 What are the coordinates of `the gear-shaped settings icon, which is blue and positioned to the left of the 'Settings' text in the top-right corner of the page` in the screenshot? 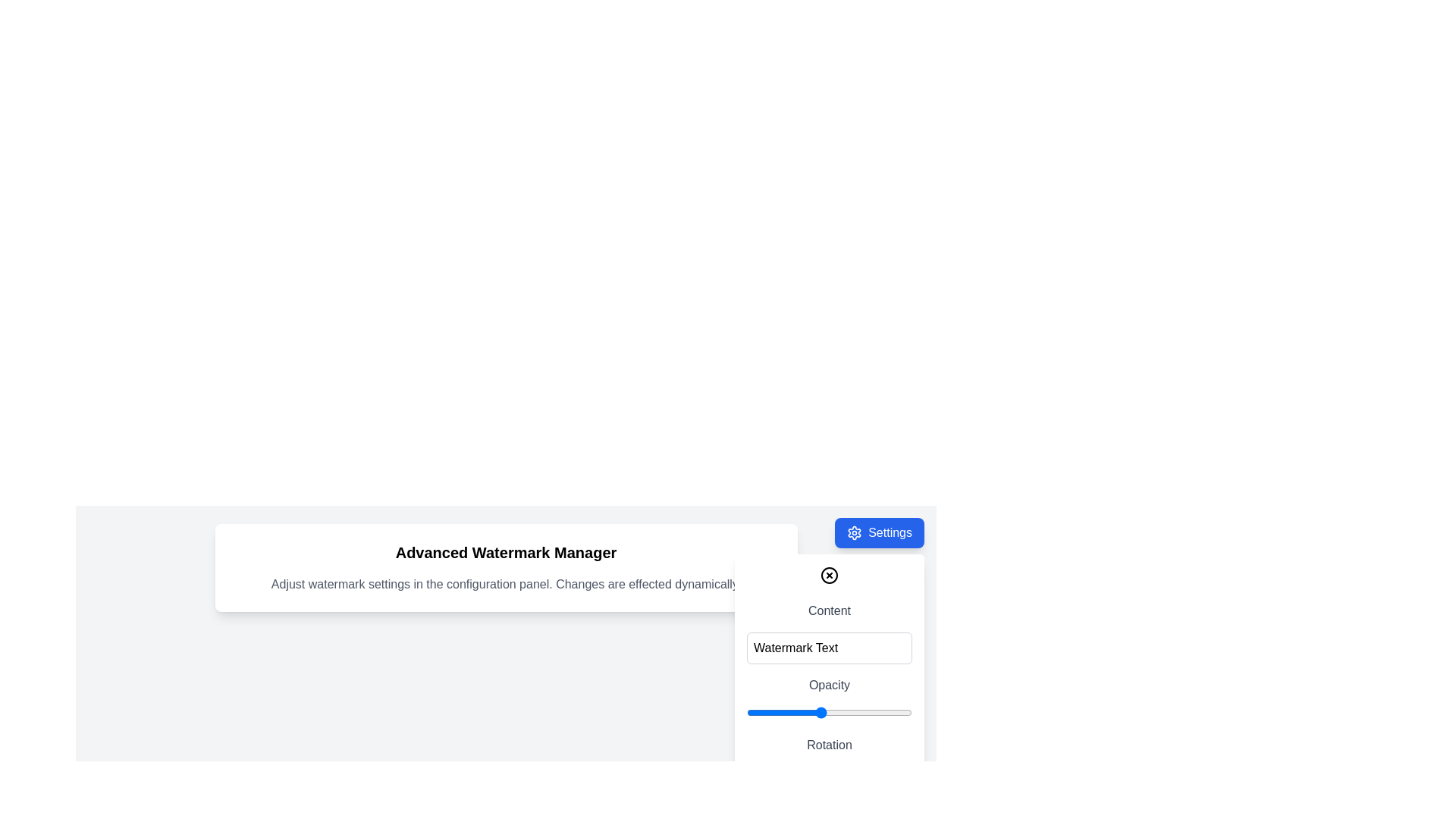 It's located at (855, 532).